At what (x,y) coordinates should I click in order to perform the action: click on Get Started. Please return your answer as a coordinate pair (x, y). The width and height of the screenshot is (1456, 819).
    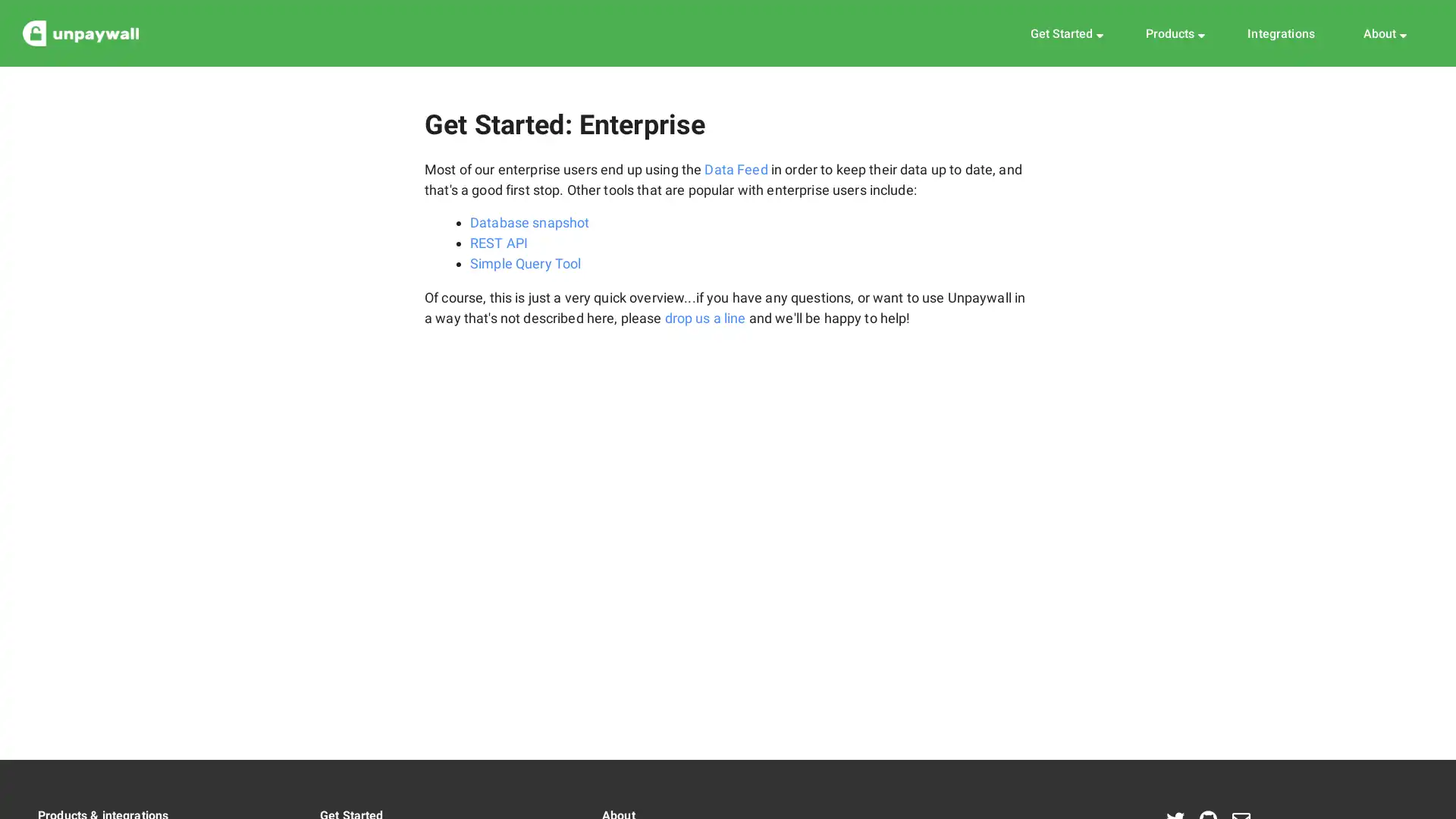
    Looking at the image, I should click on (1065, 33).